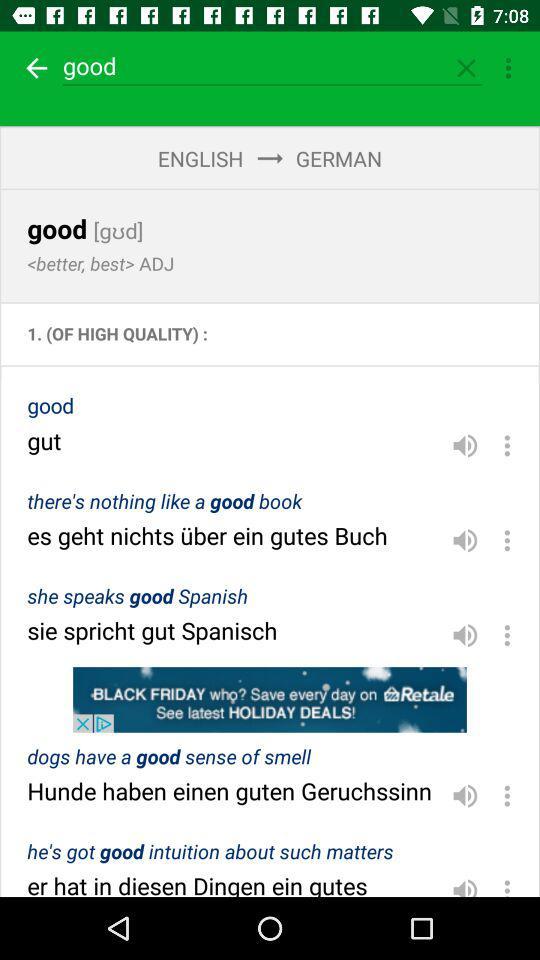 Image resolution: width=540 pixels, height=960 pixels. Describe the element at coordinates (465, 634) in the screenshot. I see `pronunciation` at that location.